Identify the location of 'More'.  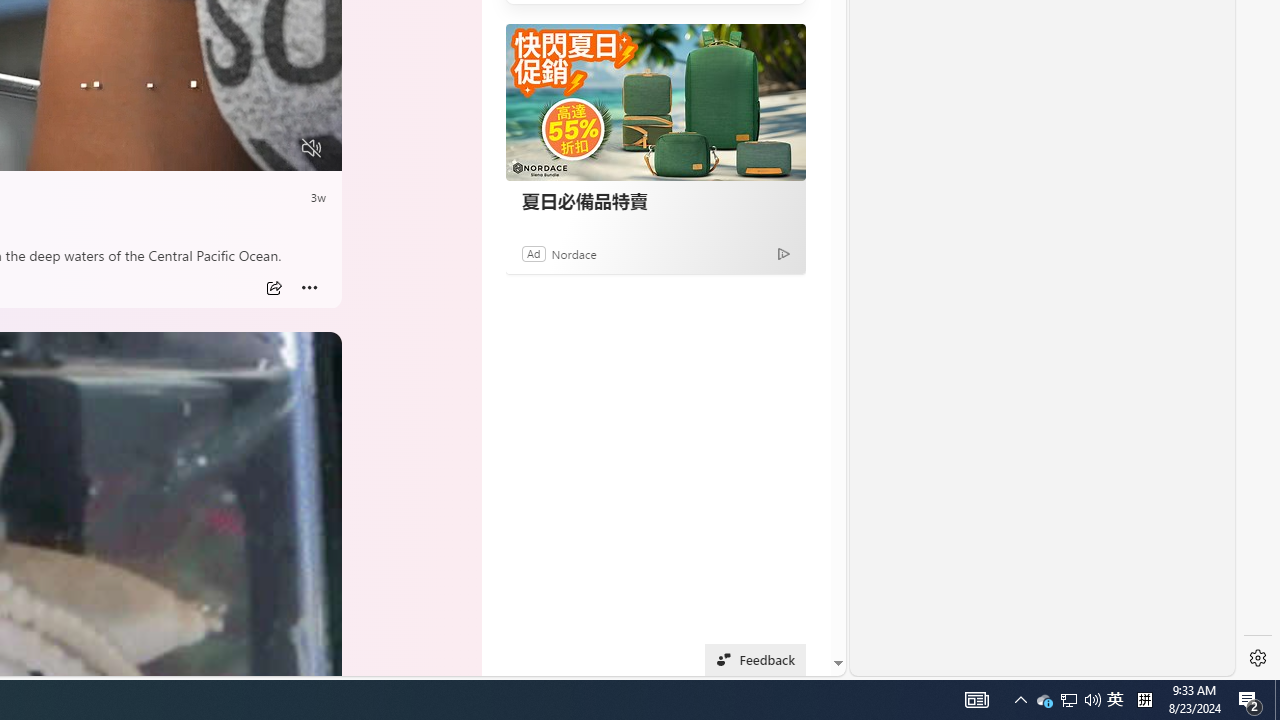
(309, 288).